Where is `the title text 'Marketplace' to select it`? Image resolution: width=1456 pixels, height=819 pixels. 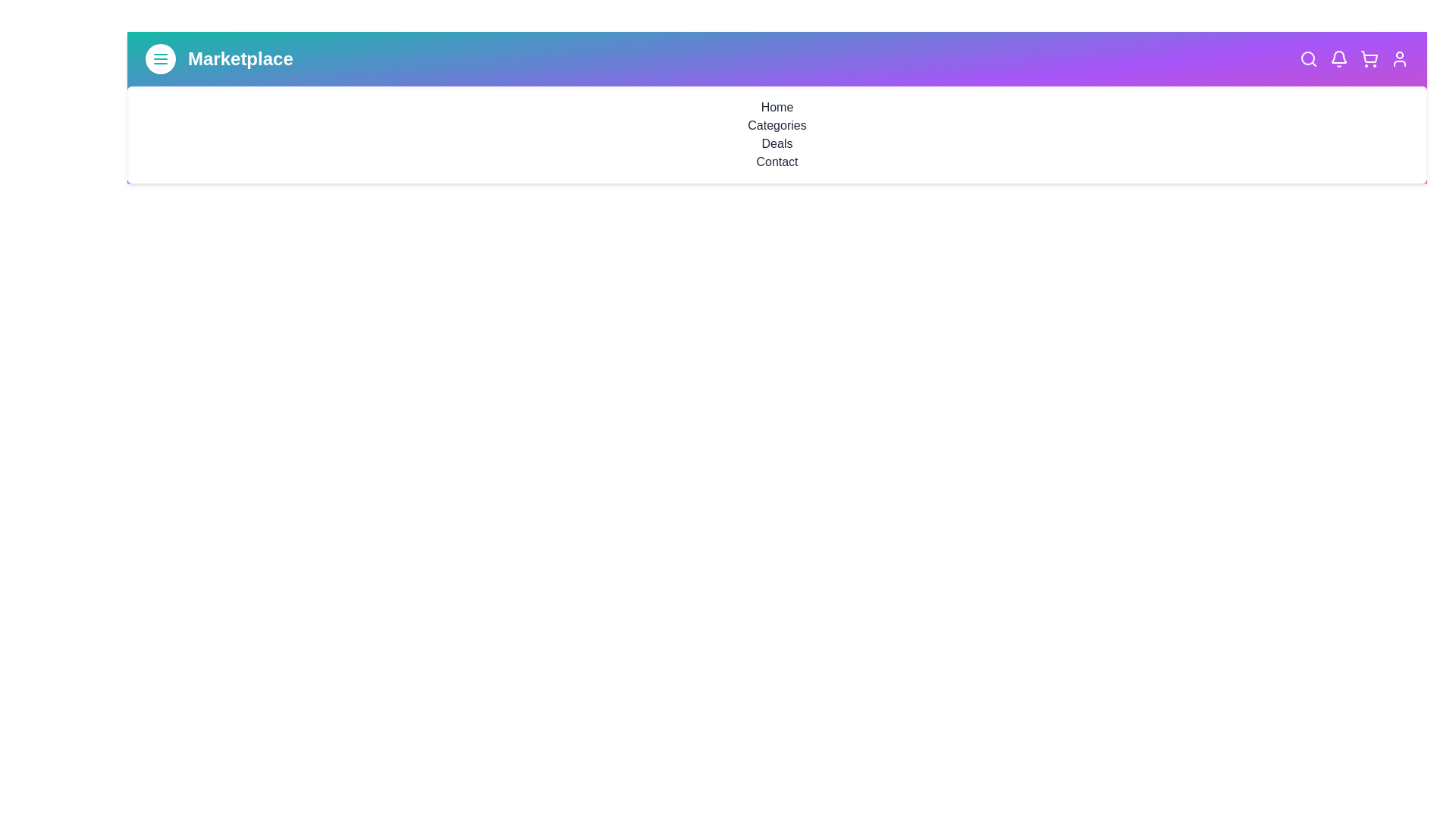
the title text 'Marketplace' to select it is located at coordinates (239, 58).